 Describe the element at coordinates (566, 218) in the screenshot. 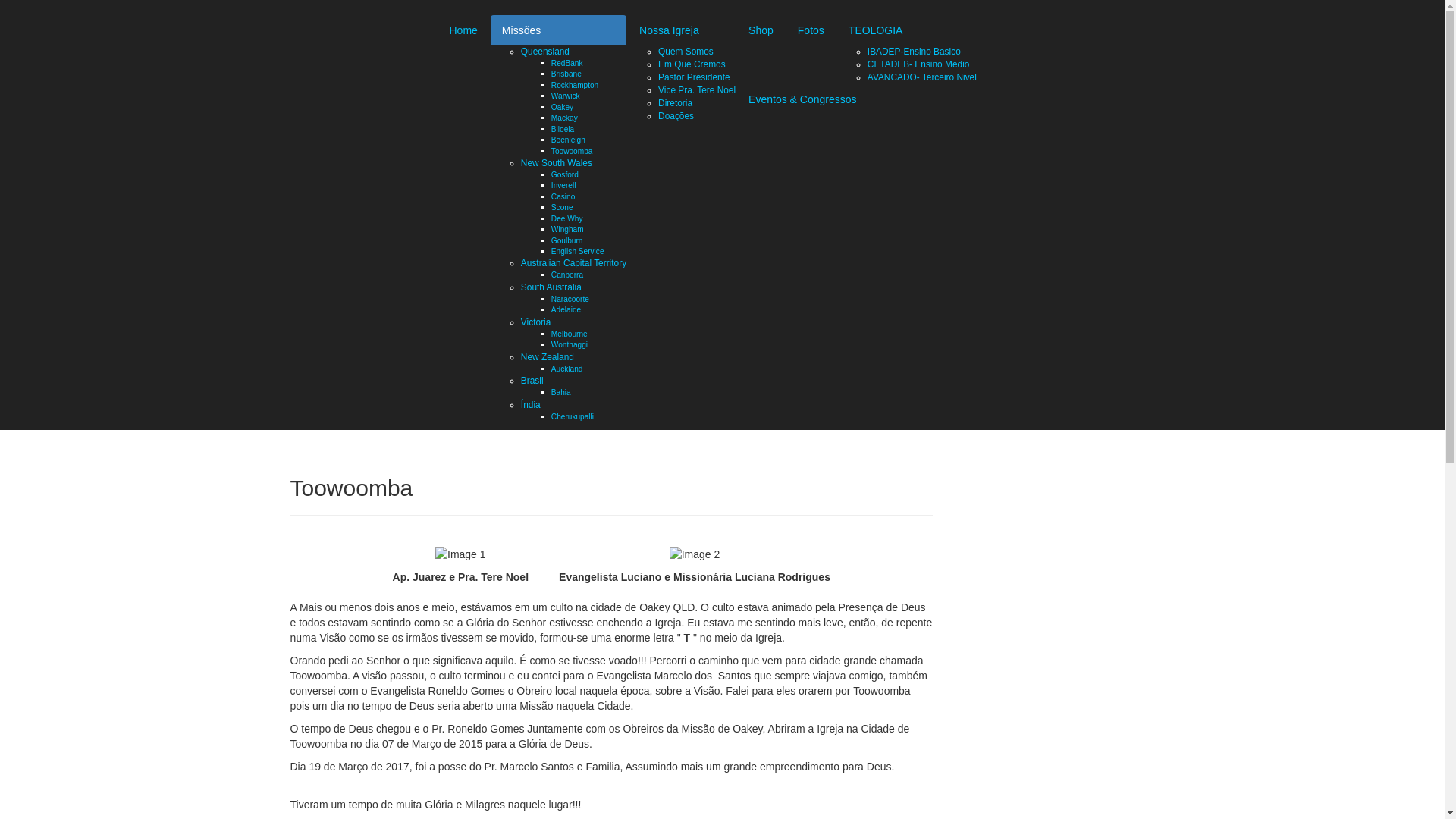

I see `'Dee Why'` at that location.